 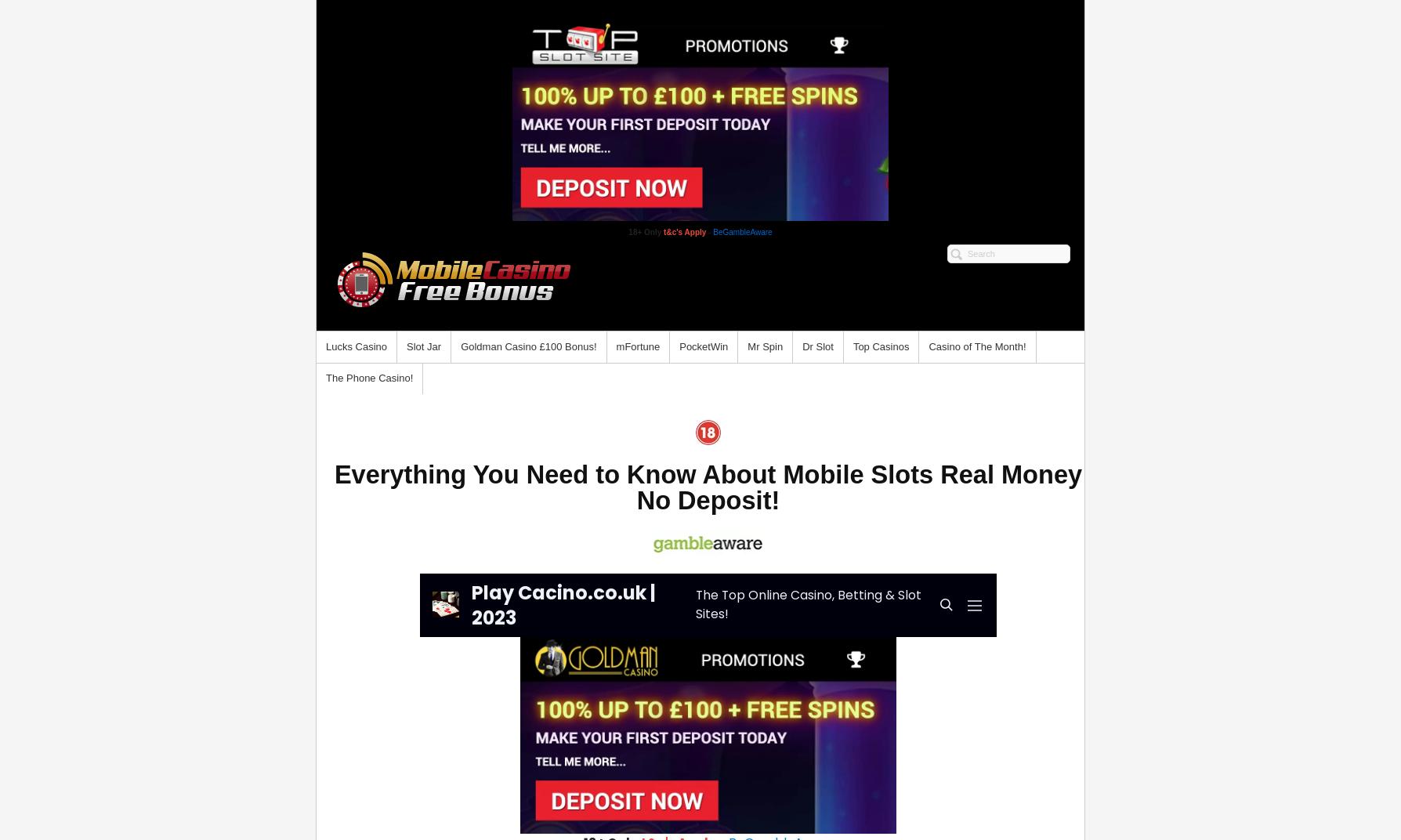 What do you see at coordinates (637, 346) in the screenshot?
I see `'mFortune'` at bounding box center [637, 346].